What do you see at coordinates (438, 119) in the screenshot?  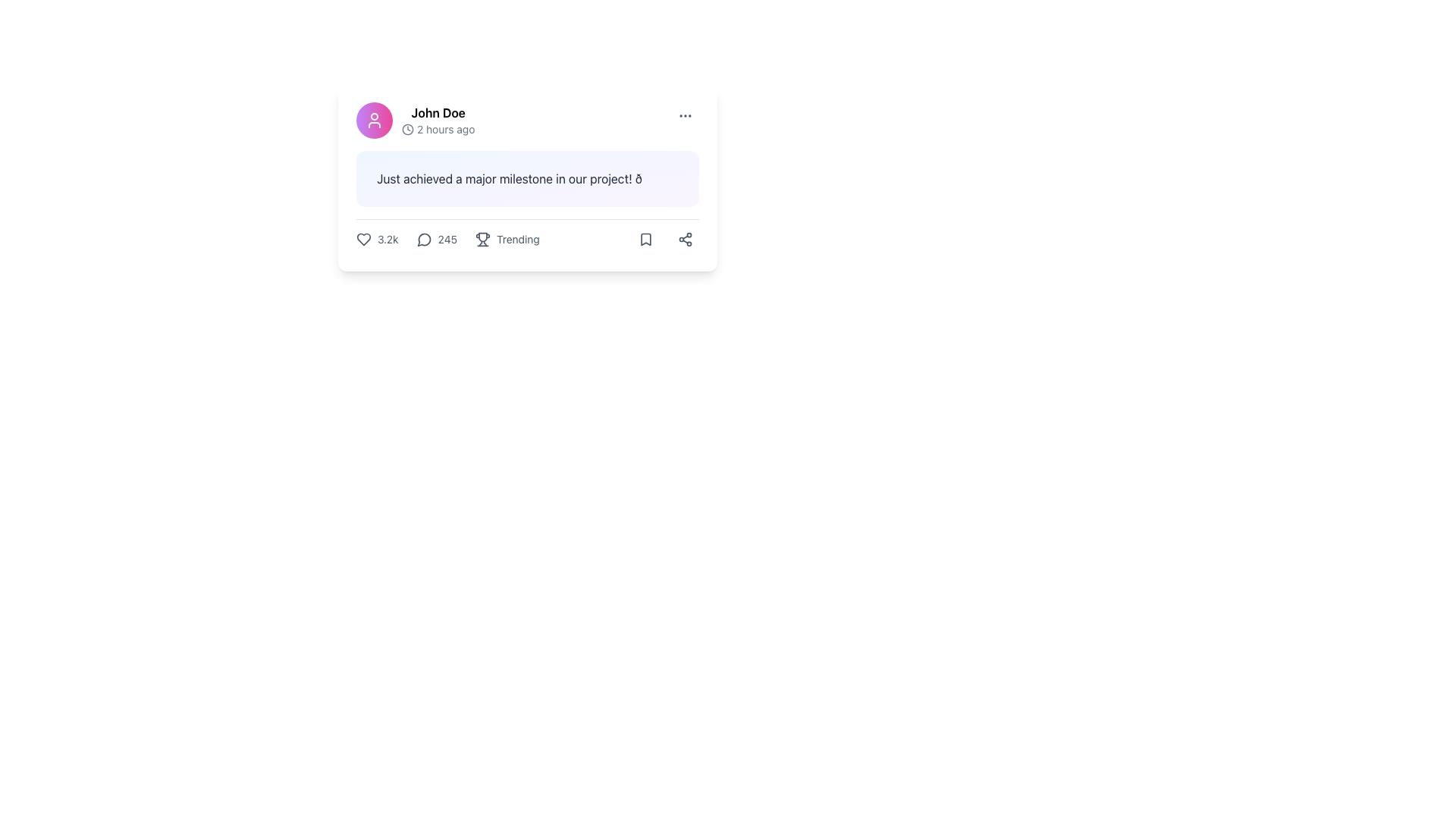 I see `the author's name in the top left section of the user post card` at bounding box center [438, 119].